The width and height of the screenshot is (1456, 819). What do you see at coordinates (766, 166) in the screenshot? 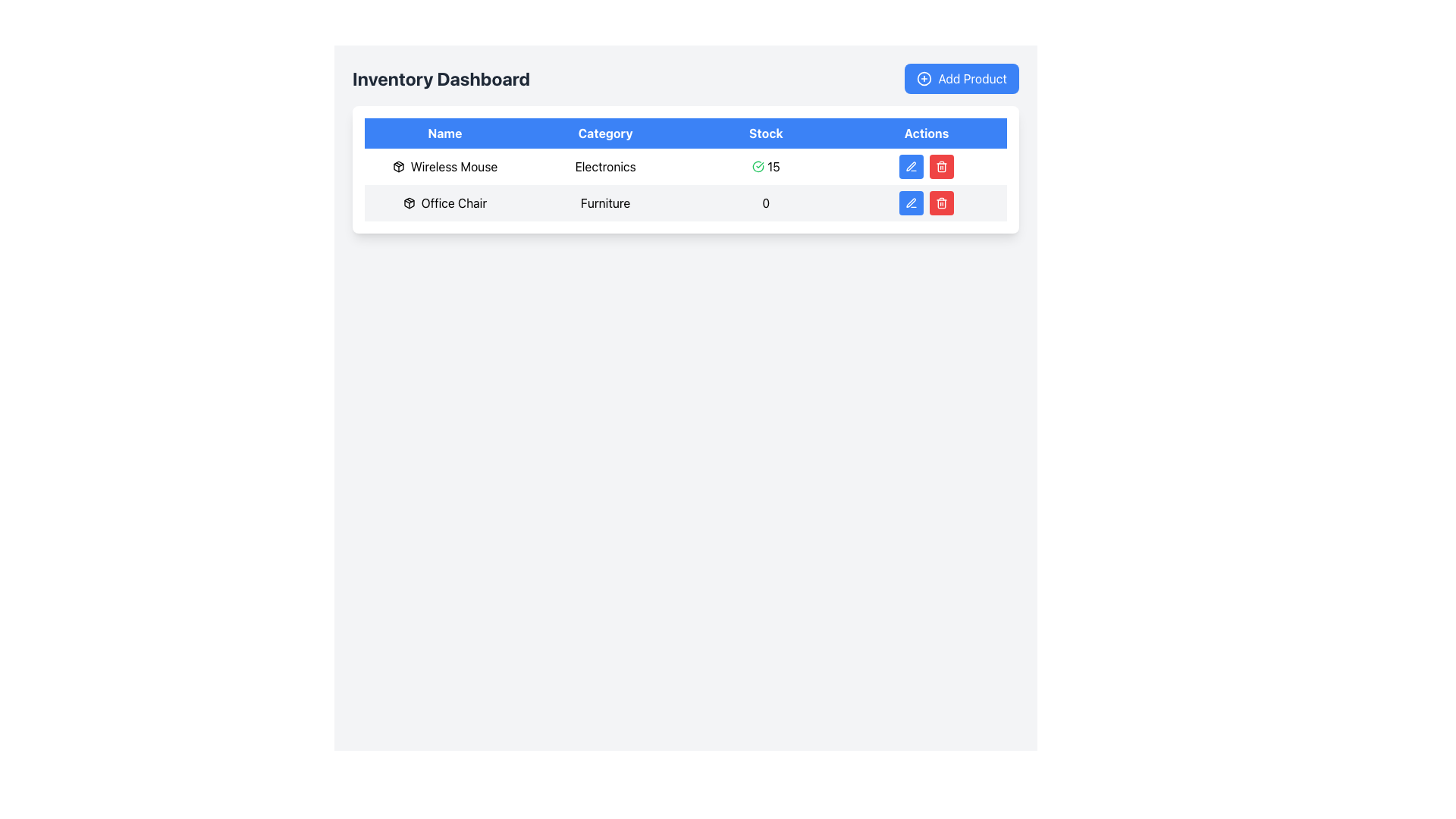
I see `the Stock indicator icon for the product 'Wireless Mouse', which is in the third column of the row labeled 'Stock' and has a green checkmark indicating adequate stock` at bounding box center [766, 166].